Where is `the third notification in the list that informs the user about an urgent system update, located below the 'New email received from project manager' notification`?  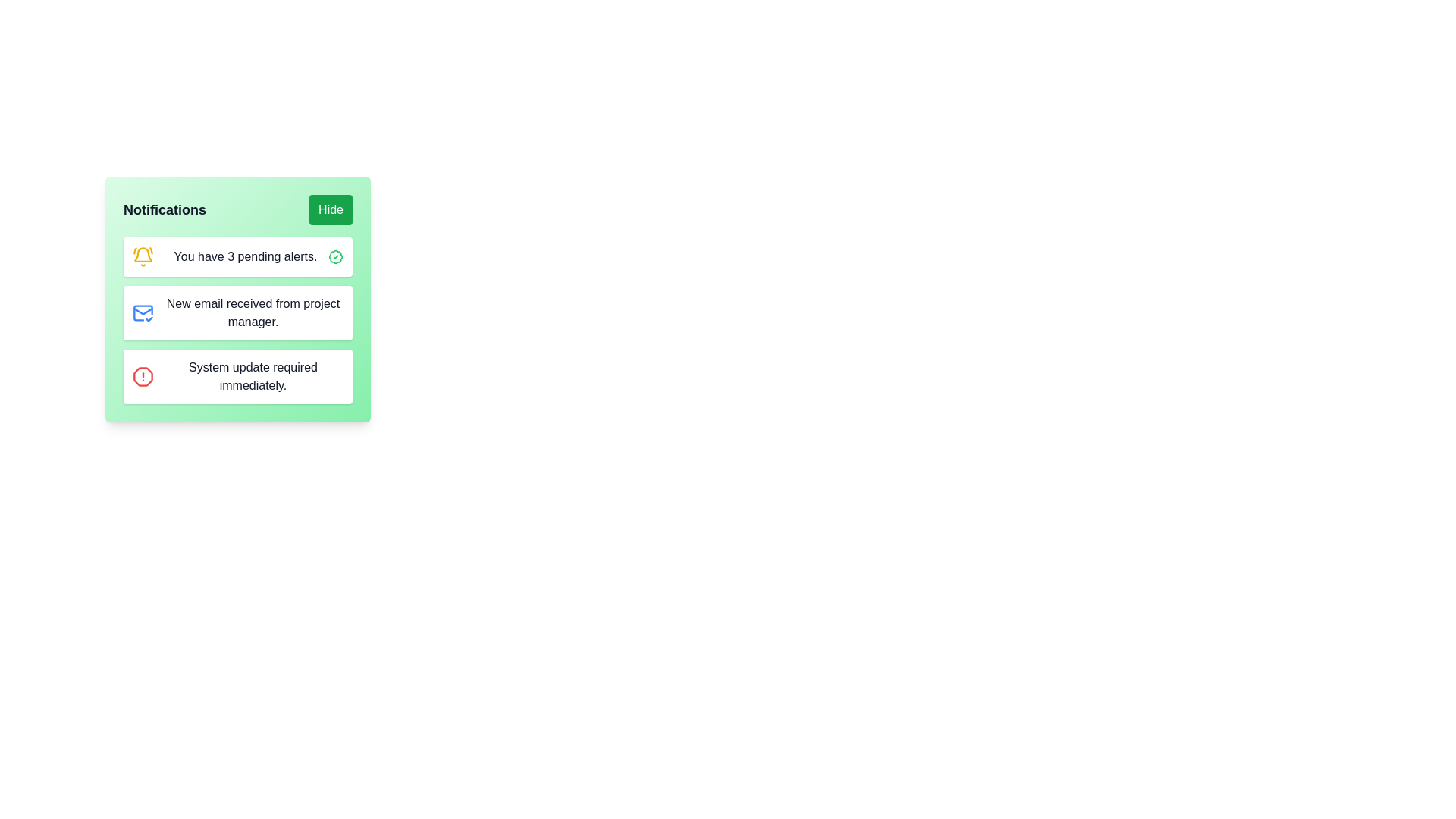
the third notification in the list that informs the user about an urgent system update, located below the 'New email received from project manager' notification is located at coordinates (237, 376).